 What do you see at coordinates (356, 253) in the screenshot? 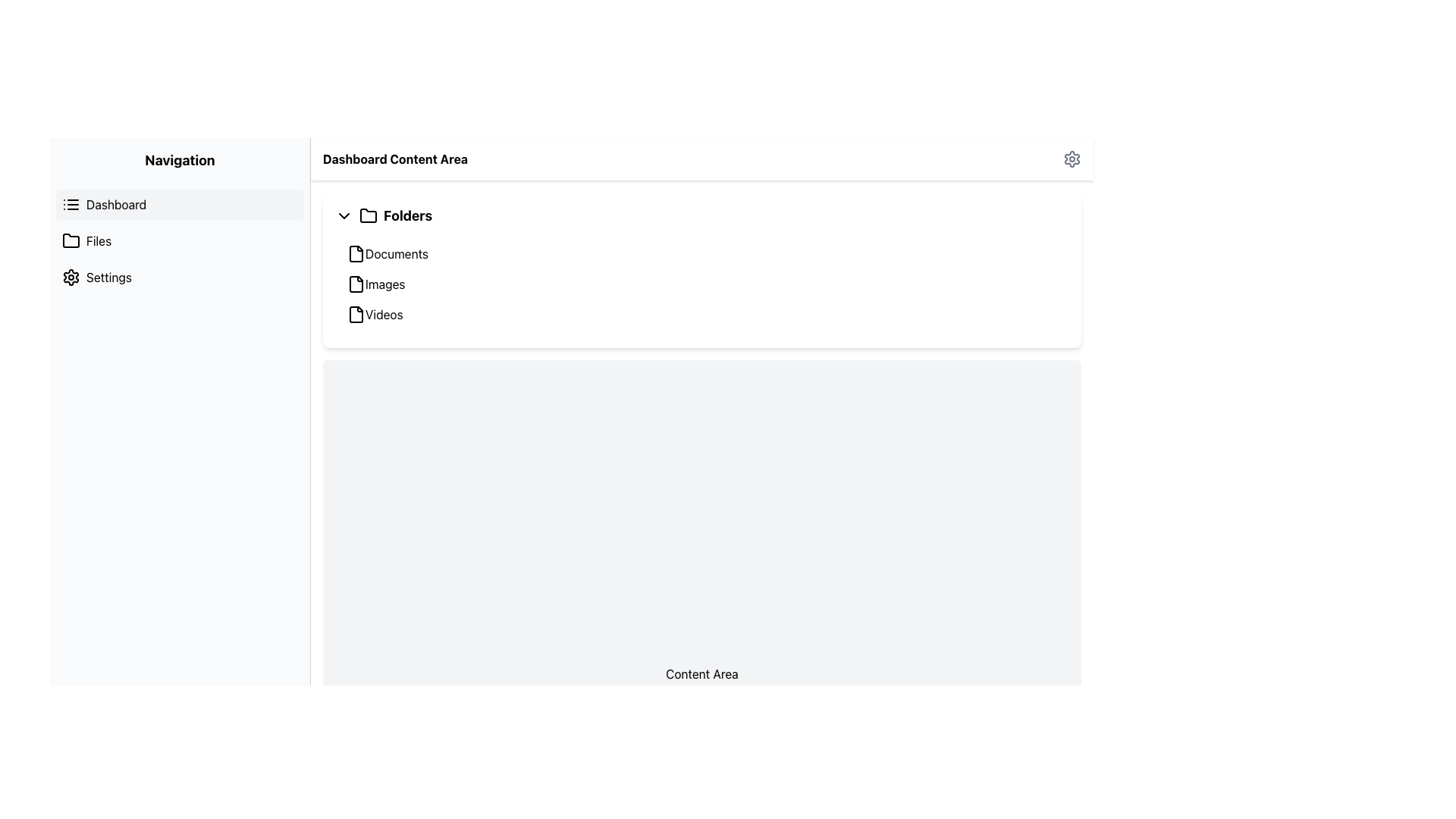
I see `the minimalist outline file document icon located beside the 'Documents' label in the folder list under the 'Folders' section of the Dashboard Content Area` at bounding box center [356, 253].